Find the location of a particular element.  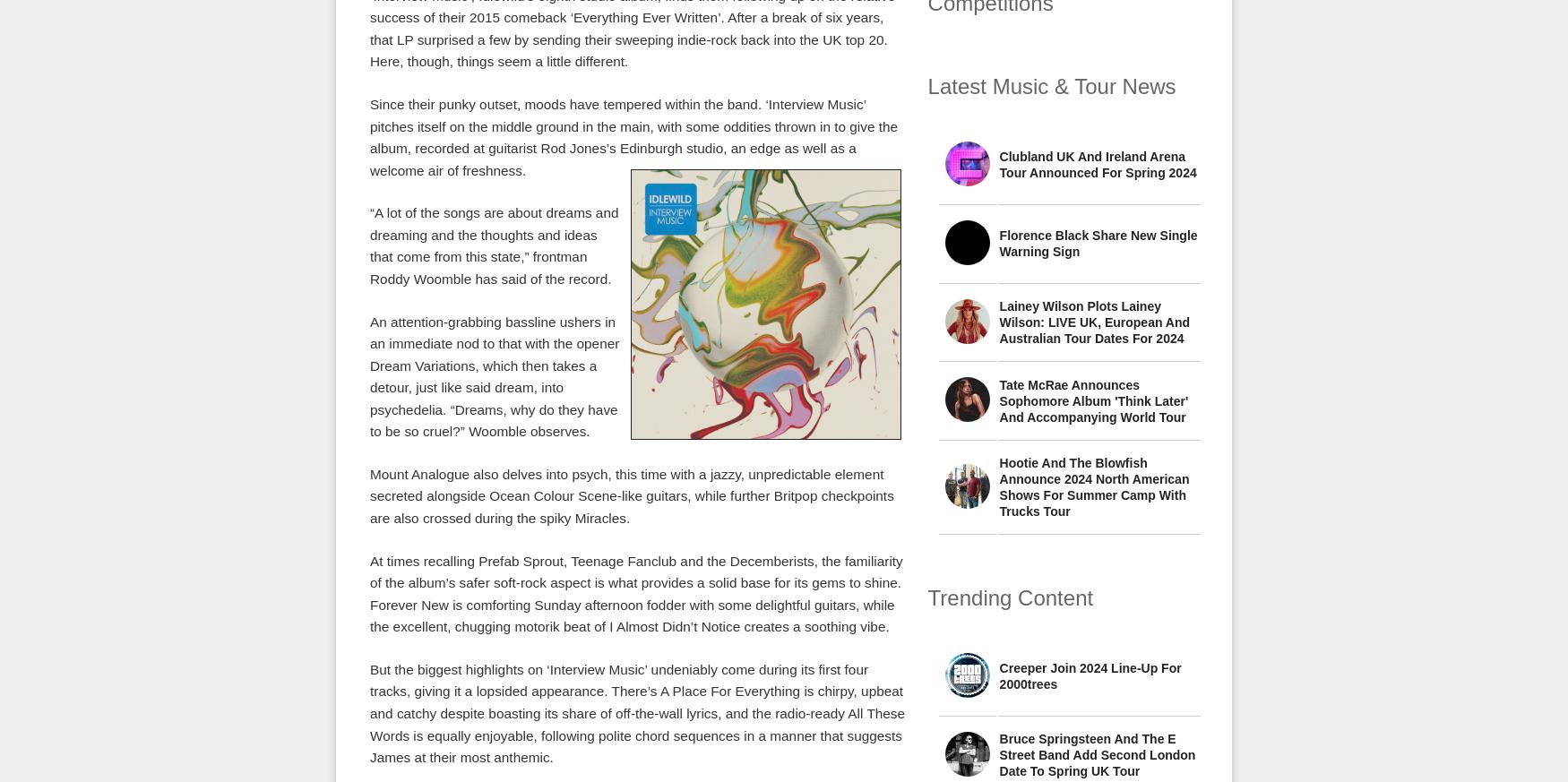

'Clubland UK And Ireland Arena Tour Announced For Spring 2024' is located at coordinates (1098, 164).